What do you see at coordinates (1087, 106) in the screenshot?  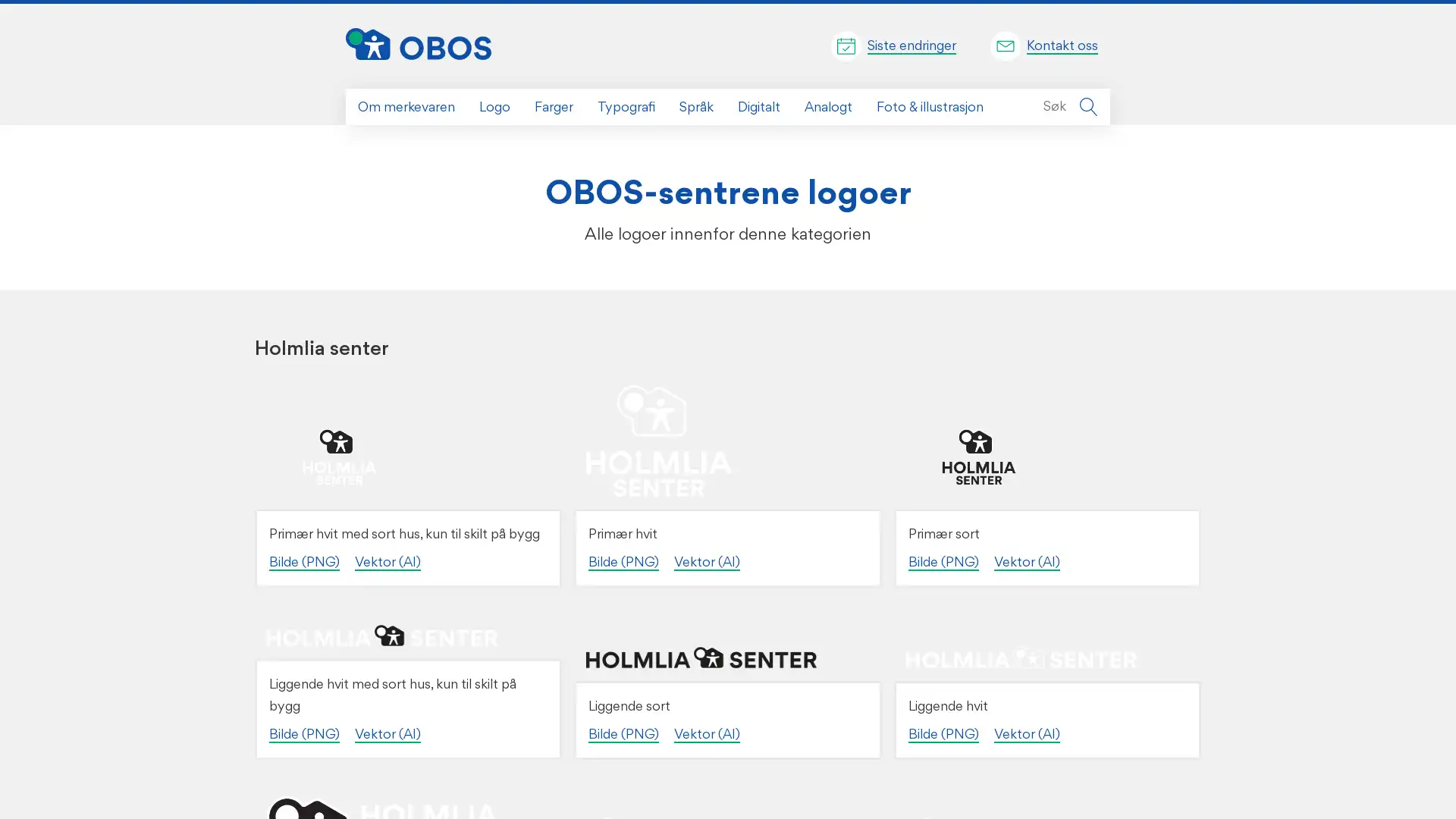 I see `Sk` at bounding box center [1087, 106].